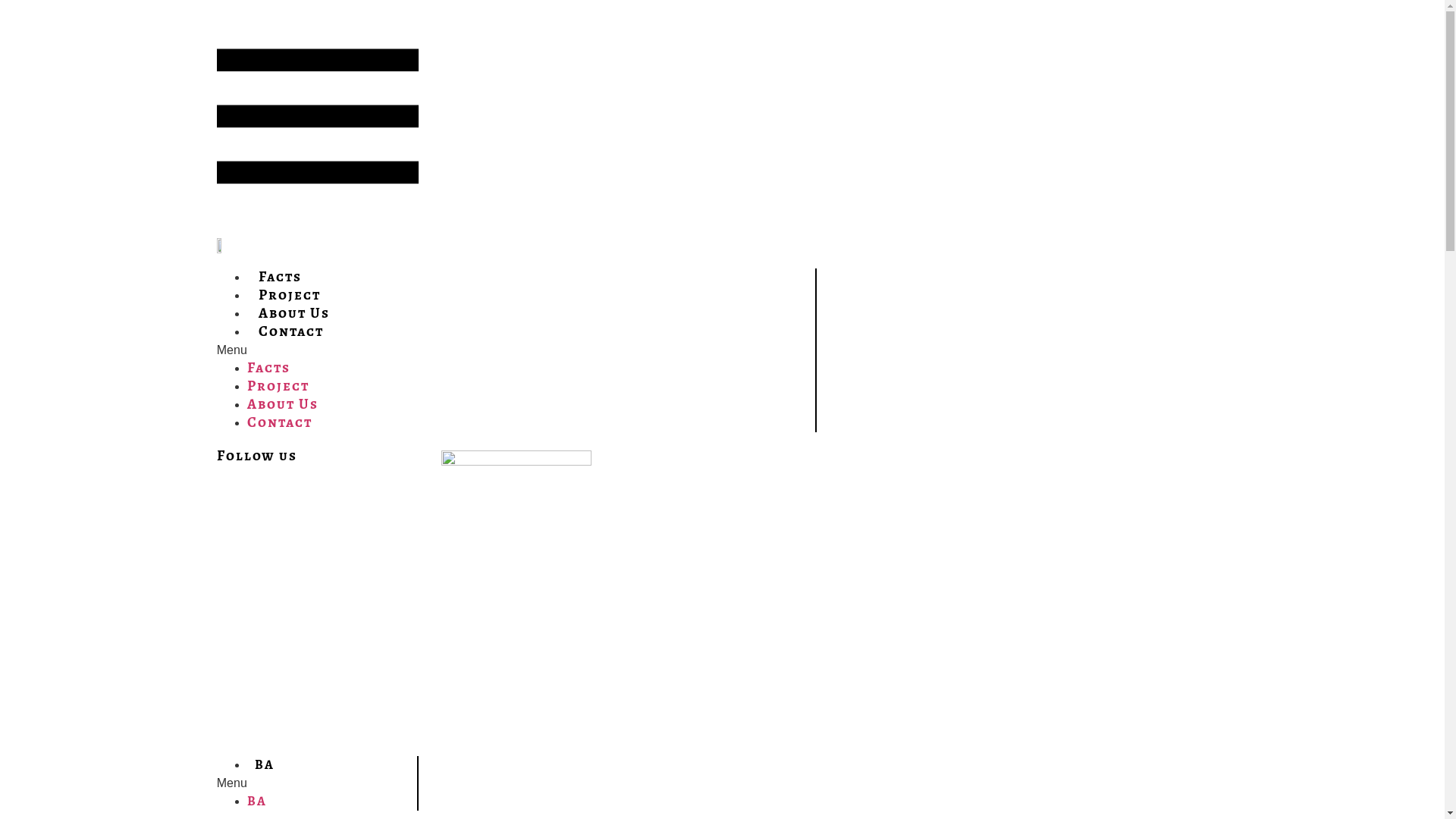  What do you see at coordinates (294, 312) in the screenshot?
I see `'About Us'` at bounding box center [294, 312].